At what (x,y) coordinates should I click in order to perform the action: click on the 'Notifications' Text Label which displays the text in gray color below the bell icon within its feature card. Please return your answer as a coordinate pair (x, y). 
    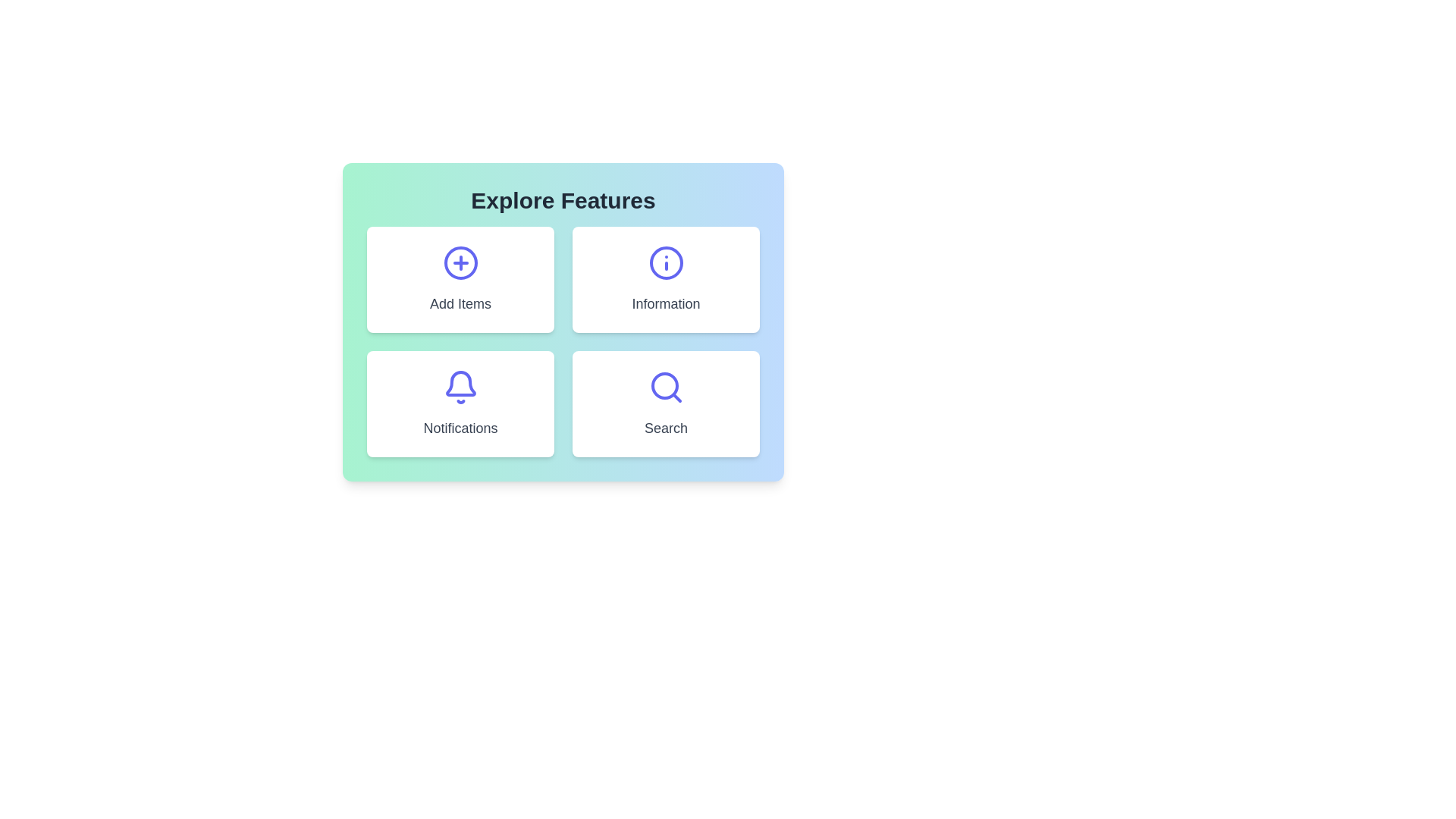
    Looking at the image, I should click on (460, 428).